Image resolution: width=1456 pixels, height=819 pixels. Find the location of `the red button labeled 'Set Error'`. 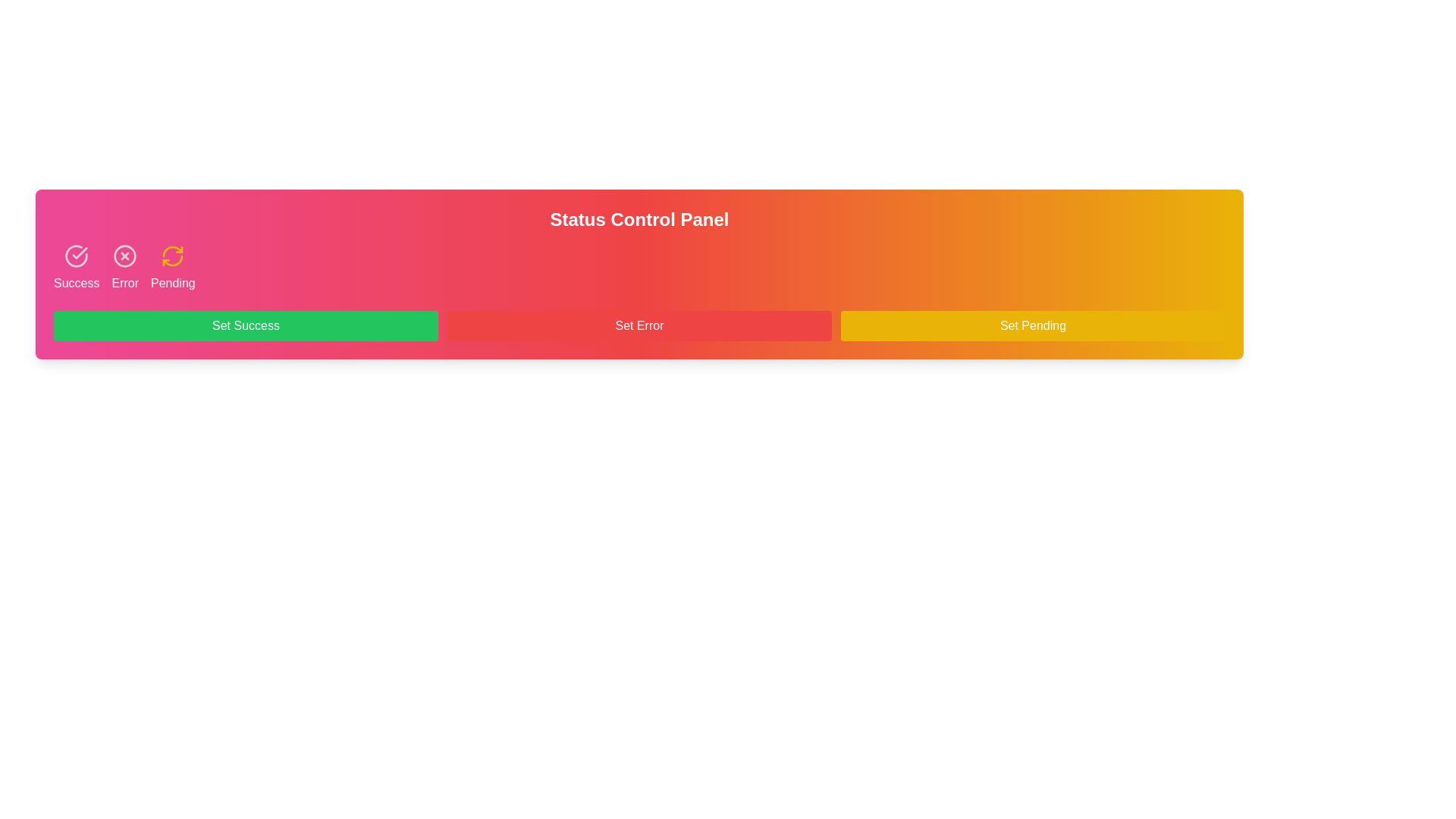

the red button labeled 'Set Error' is located at coordinates (639, 325).